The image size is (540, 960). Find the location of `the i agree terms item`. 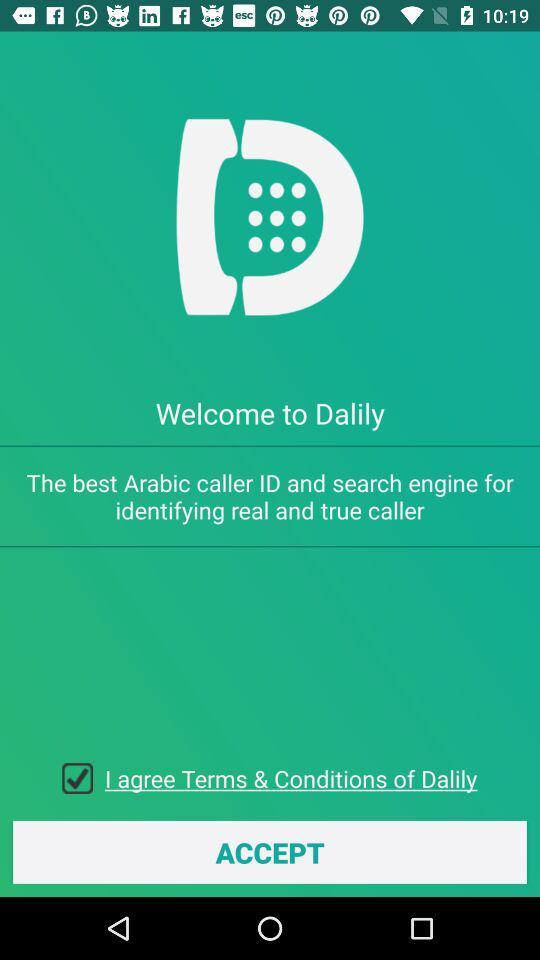

the i agree terms item is located at coordinates (290, 777).